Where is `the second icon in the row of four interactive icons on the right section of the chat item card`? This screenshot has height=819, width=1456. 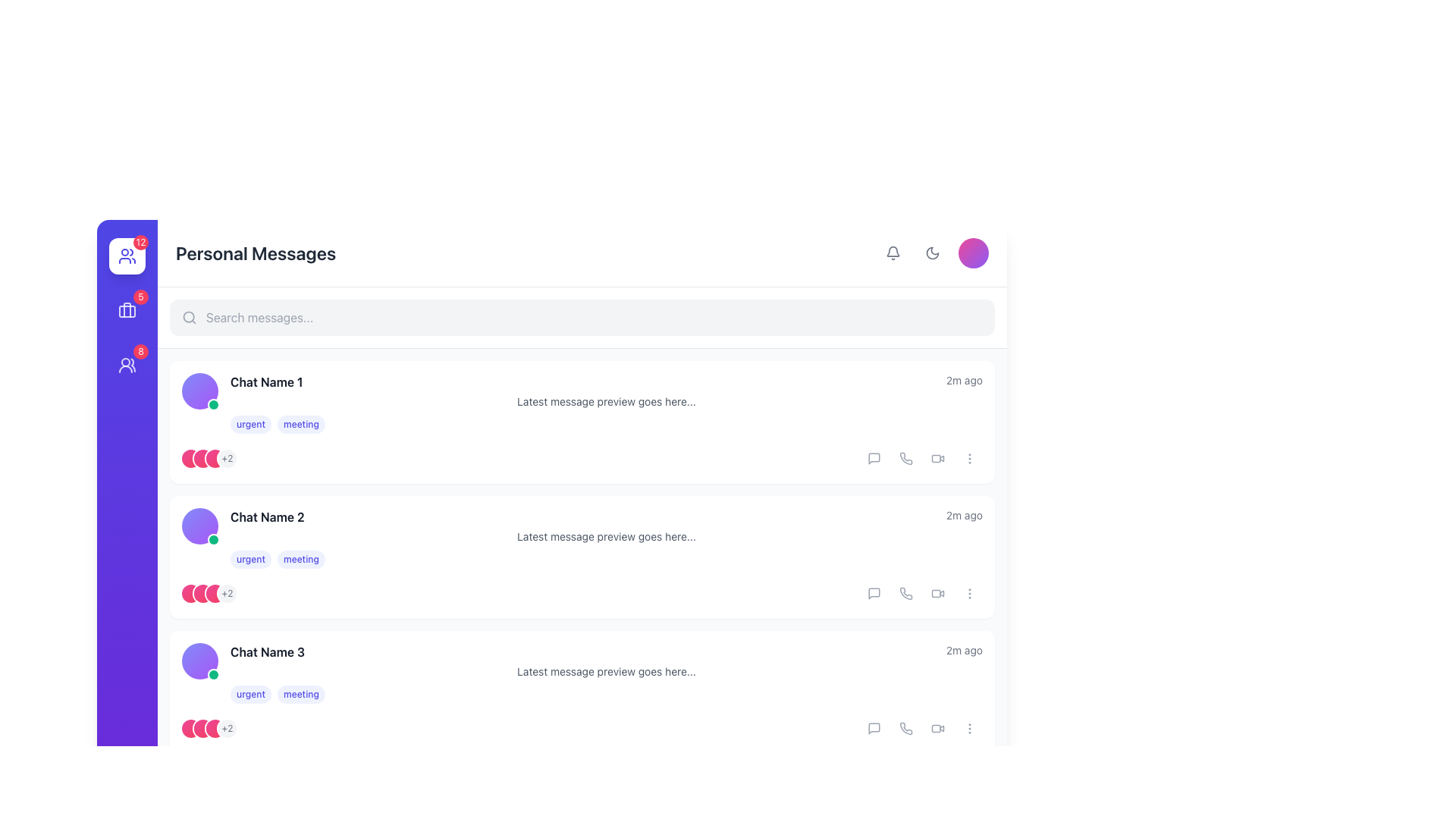
the second icon in the row of four interactive icons on the right section of the chat item card is located at coordinates (906, 727).